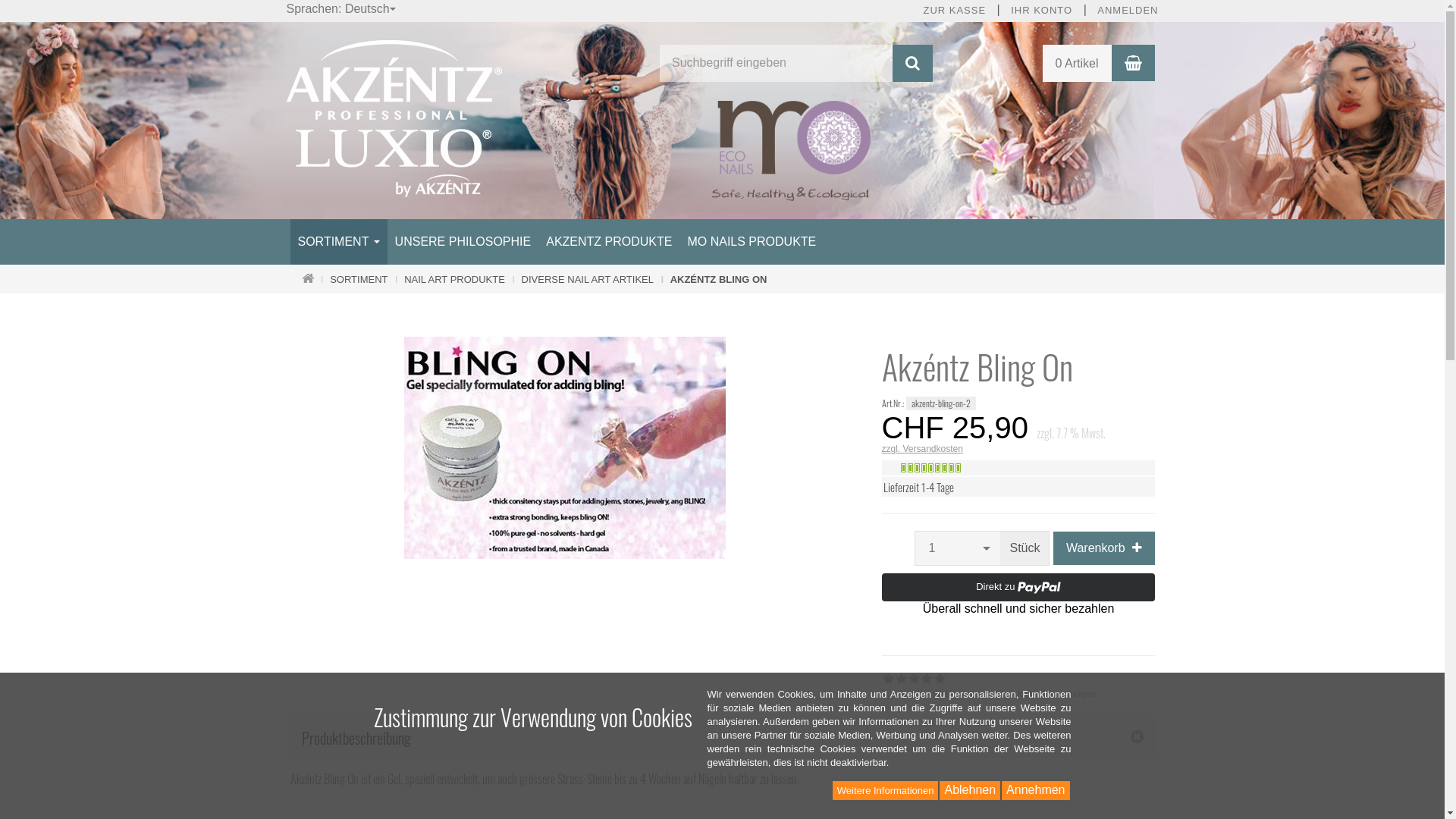 The width and height of the screenshot is (1456, 819). What do you see at coordinates (751, 241) in the screenshot?
I see `'MO NAILS PRODUKTE'` at bounding box center [751, 241].